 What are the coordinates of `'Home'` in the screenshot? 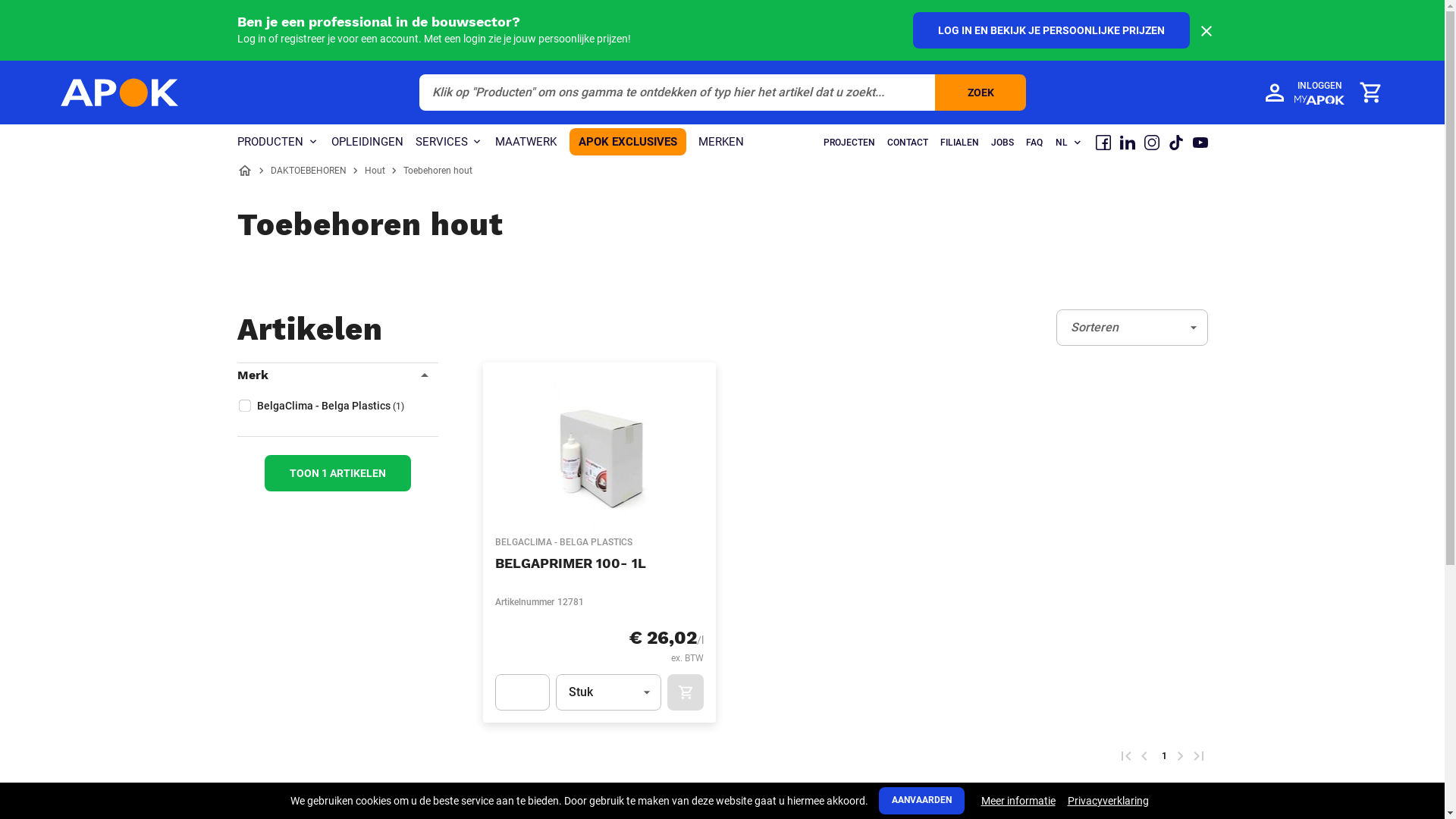 It's located at (243, 170).